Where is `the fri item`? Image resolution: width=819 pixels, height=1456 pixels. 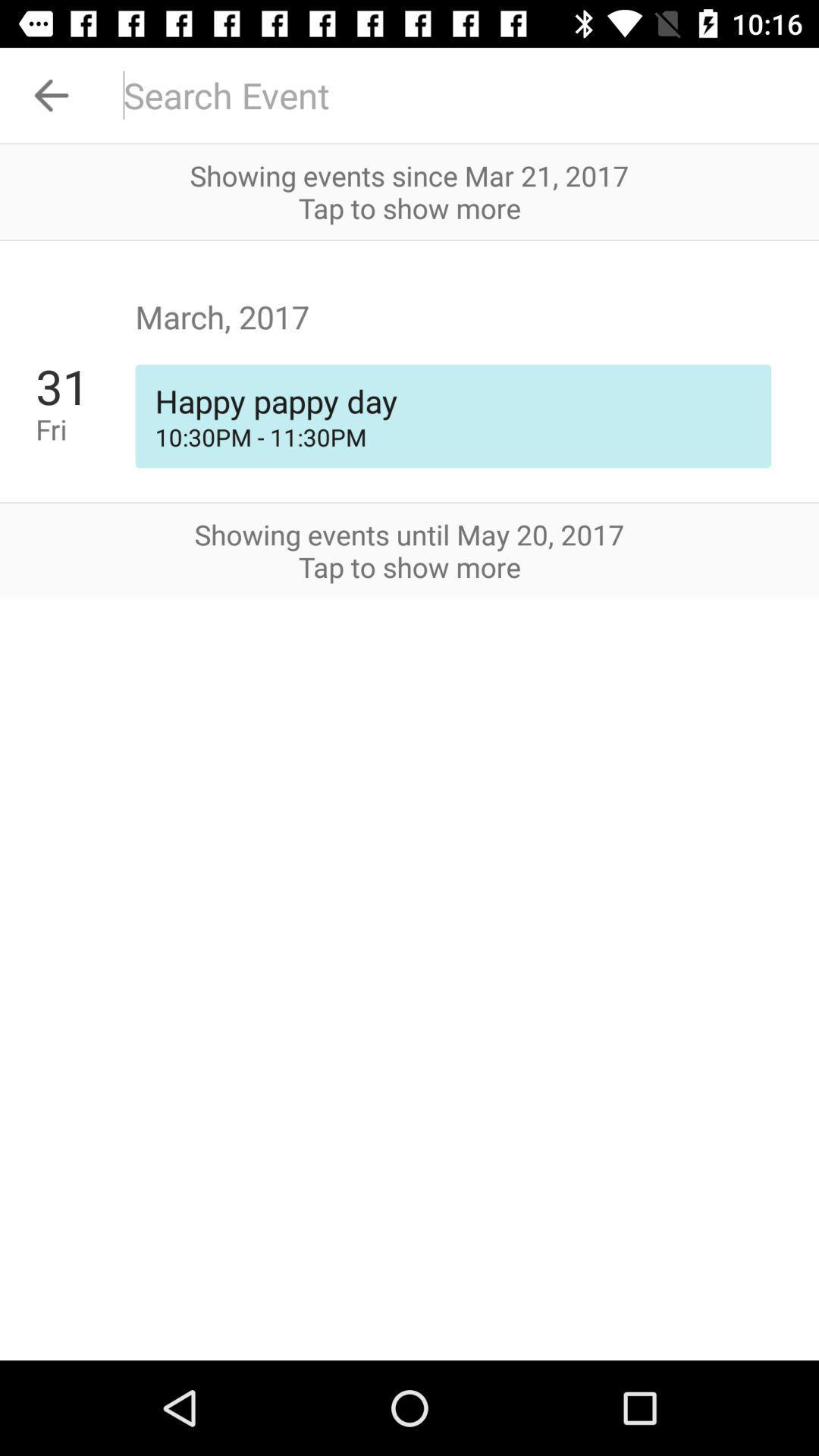 the fri item is located at coordinates (85, 428).